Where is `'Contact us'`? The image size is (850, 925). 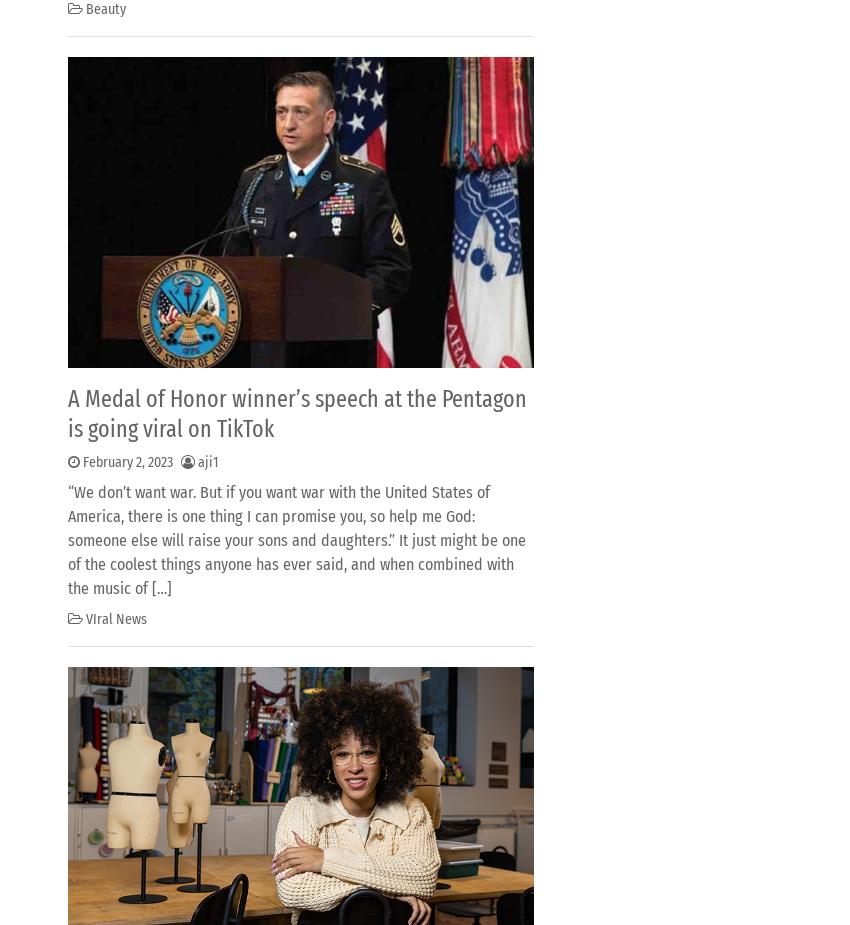
'Contact us' is located at coordinates (119, 63).